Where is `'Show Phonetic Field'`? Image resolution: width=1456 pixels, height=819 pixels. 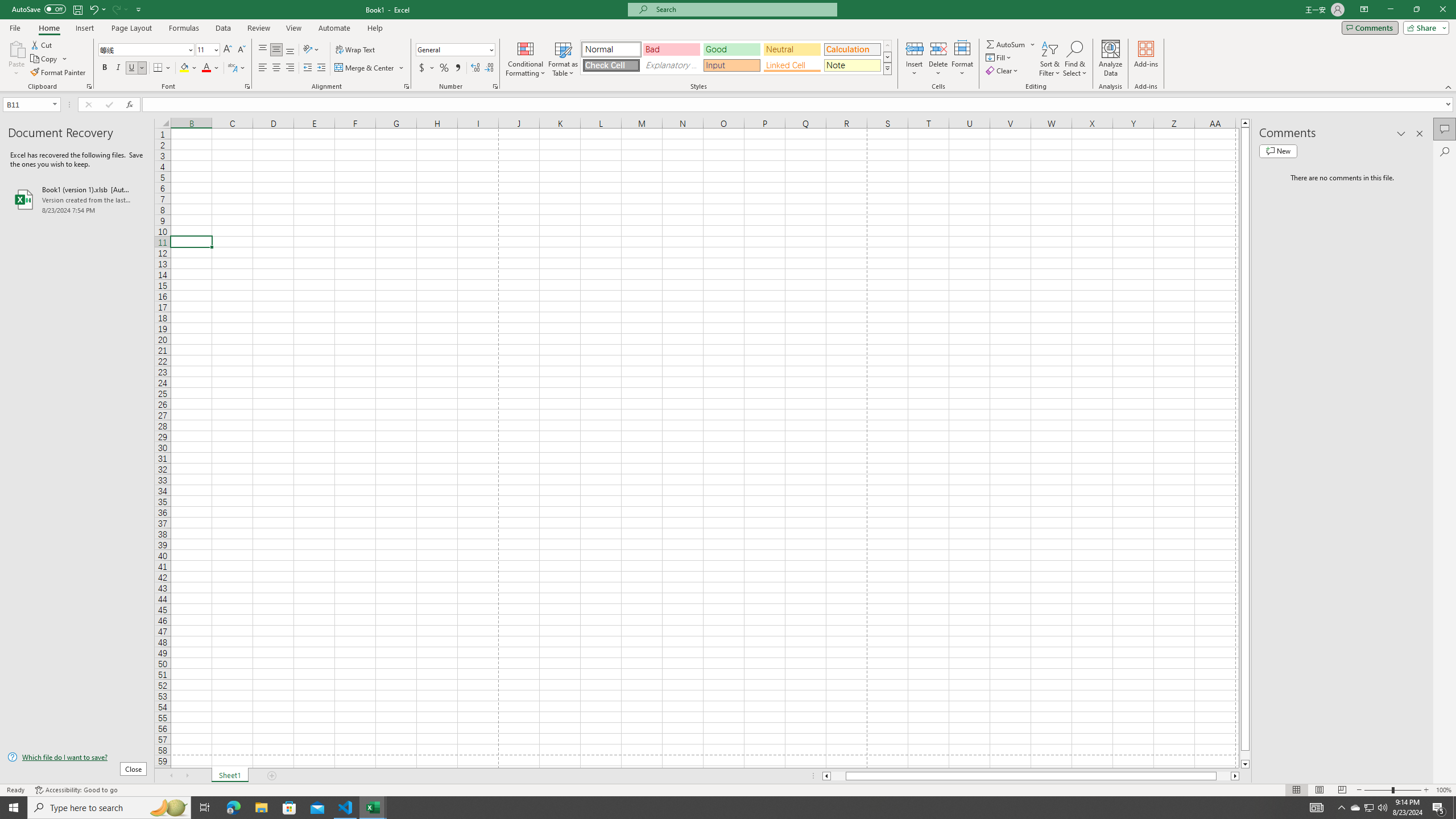 'Show Phonetic Field' is located at coordinates (231, 67).